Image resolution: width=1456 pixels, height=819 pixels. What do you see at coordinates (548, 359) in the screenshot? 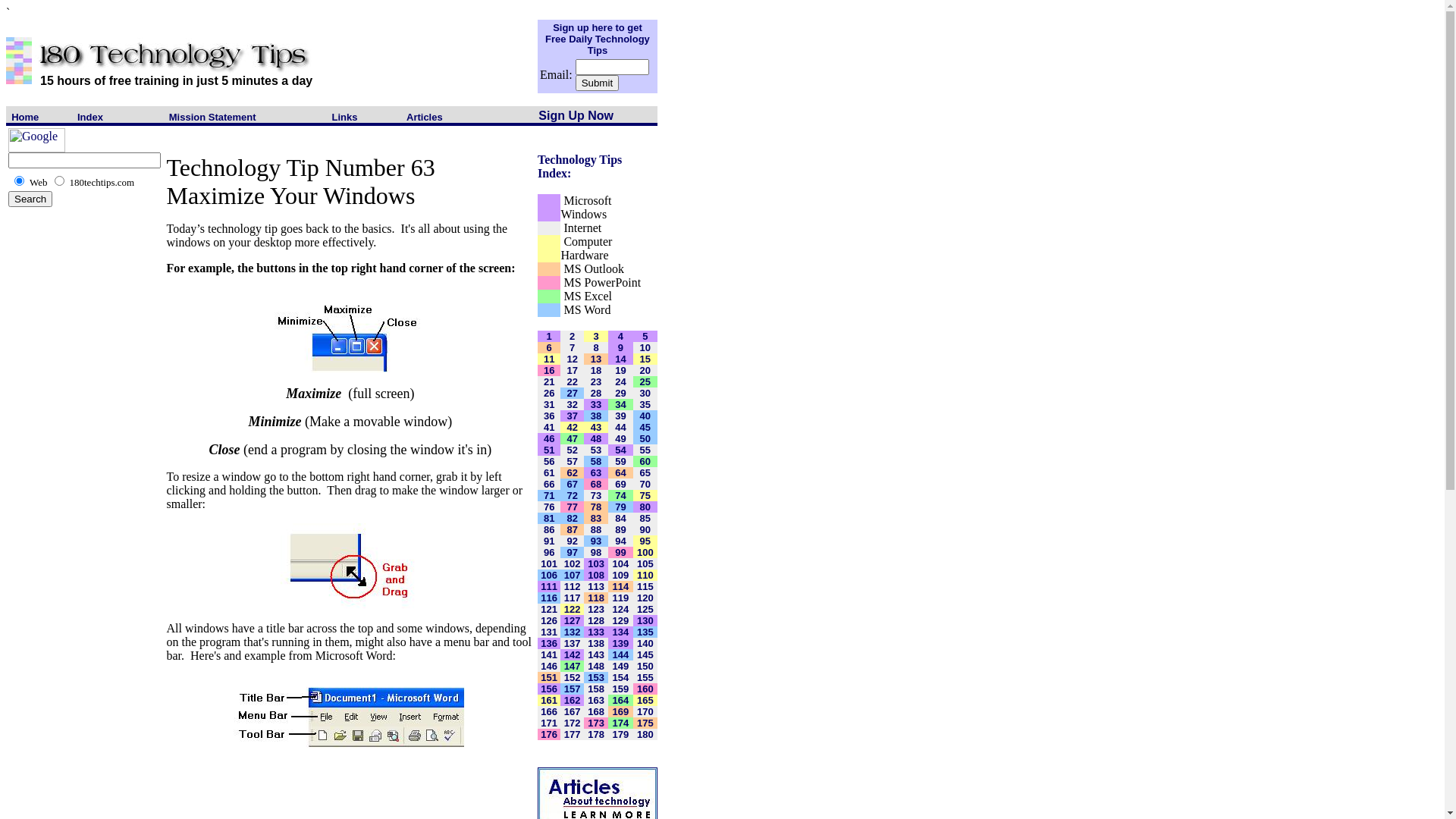
I see `'11'` at bounding box center [548, 359].